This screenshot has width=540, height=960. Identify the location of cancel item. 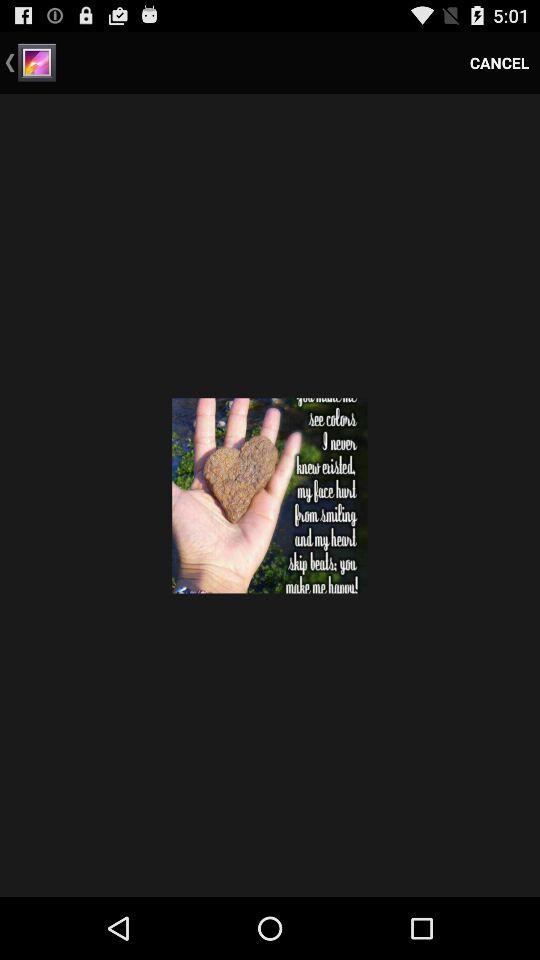
(498, 62).